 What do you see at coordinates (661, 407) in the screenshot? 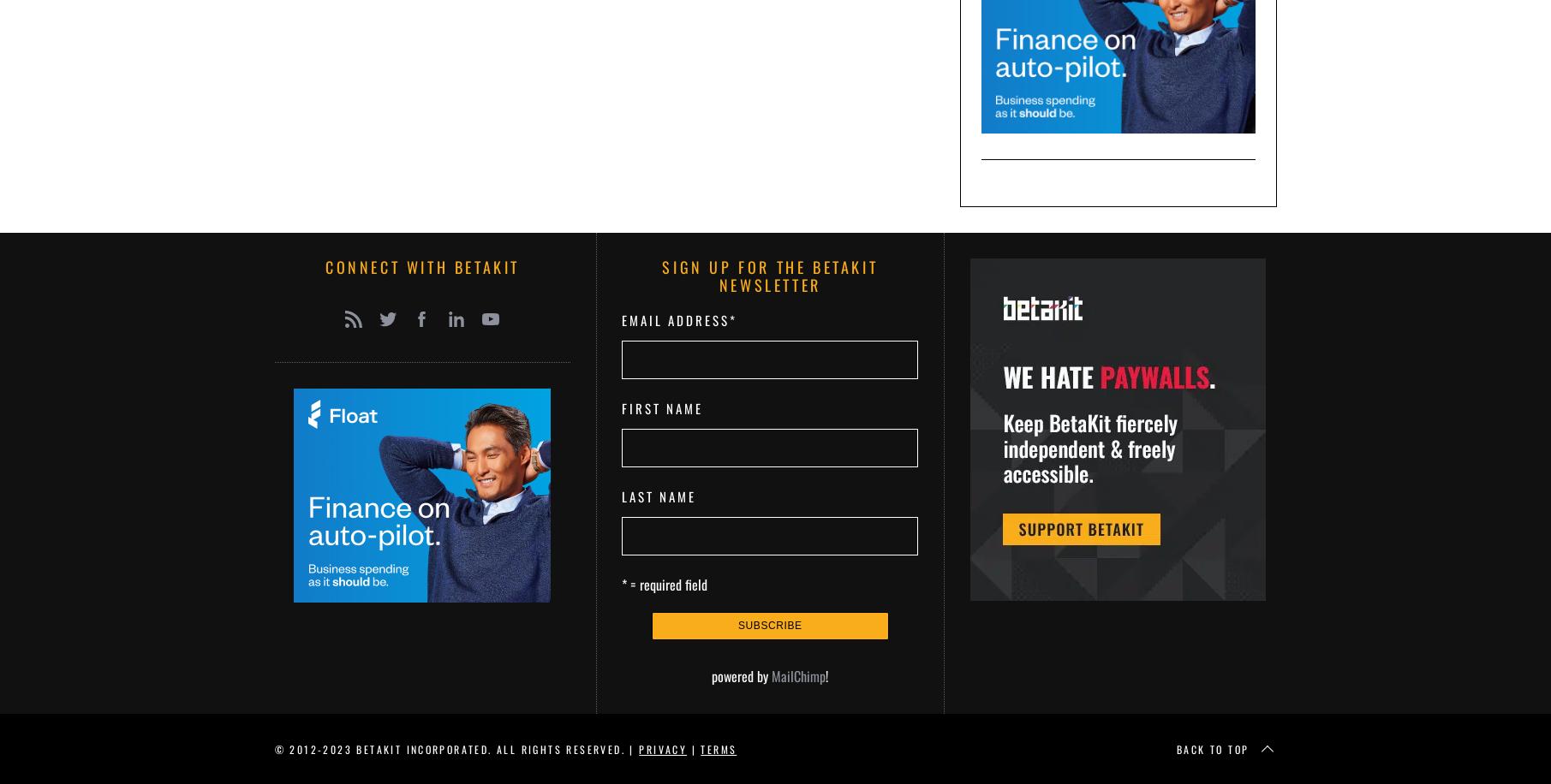
I see `'First Name'` at bounding box center [661, 407].